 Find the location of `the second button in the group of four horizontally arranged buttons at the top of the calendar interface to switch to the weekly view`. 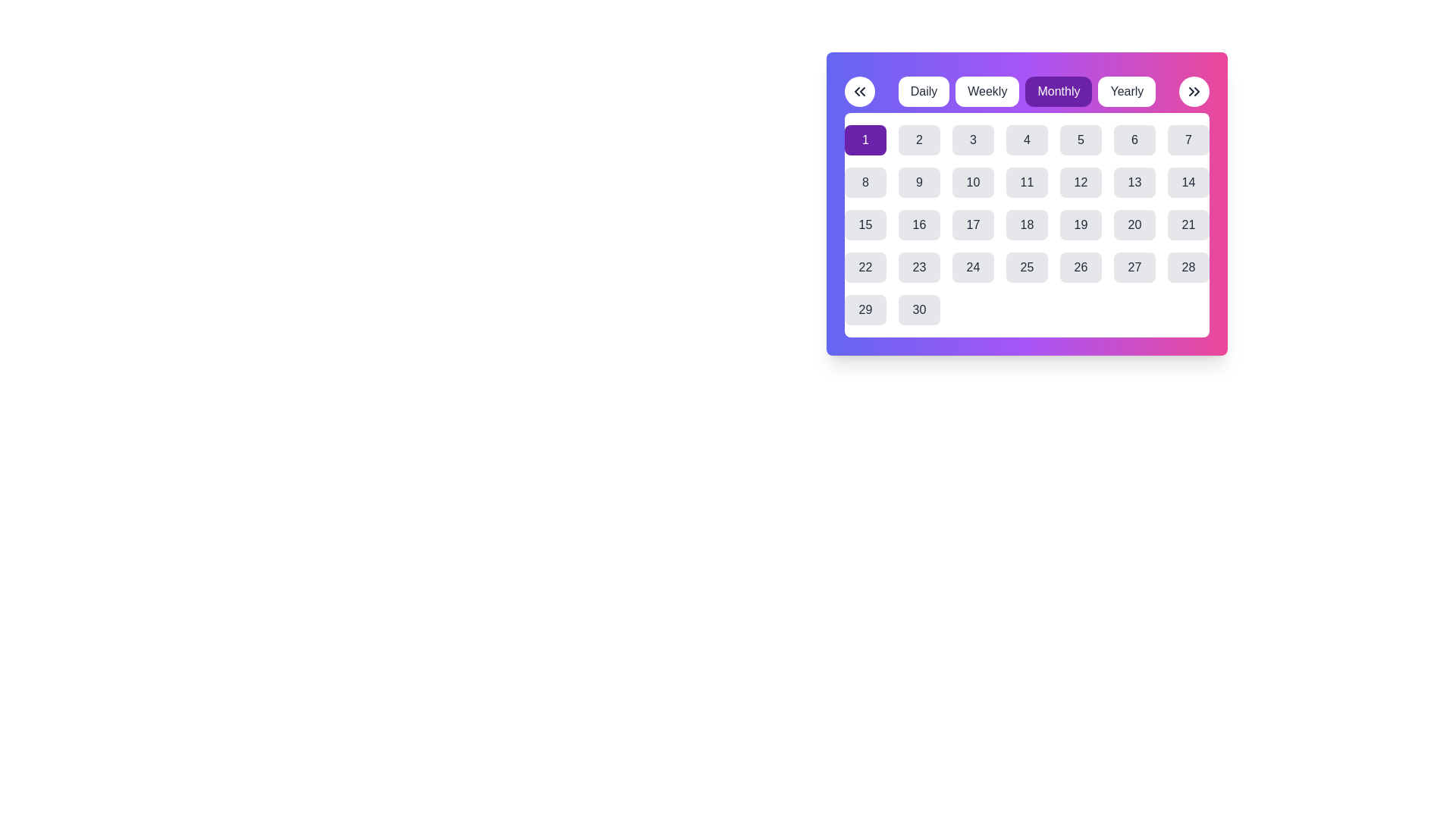

the second button in the group of four horizontally arranged buttons at the top of the calendar interface to switch to the weekly view is located at coordinates (987, 91).